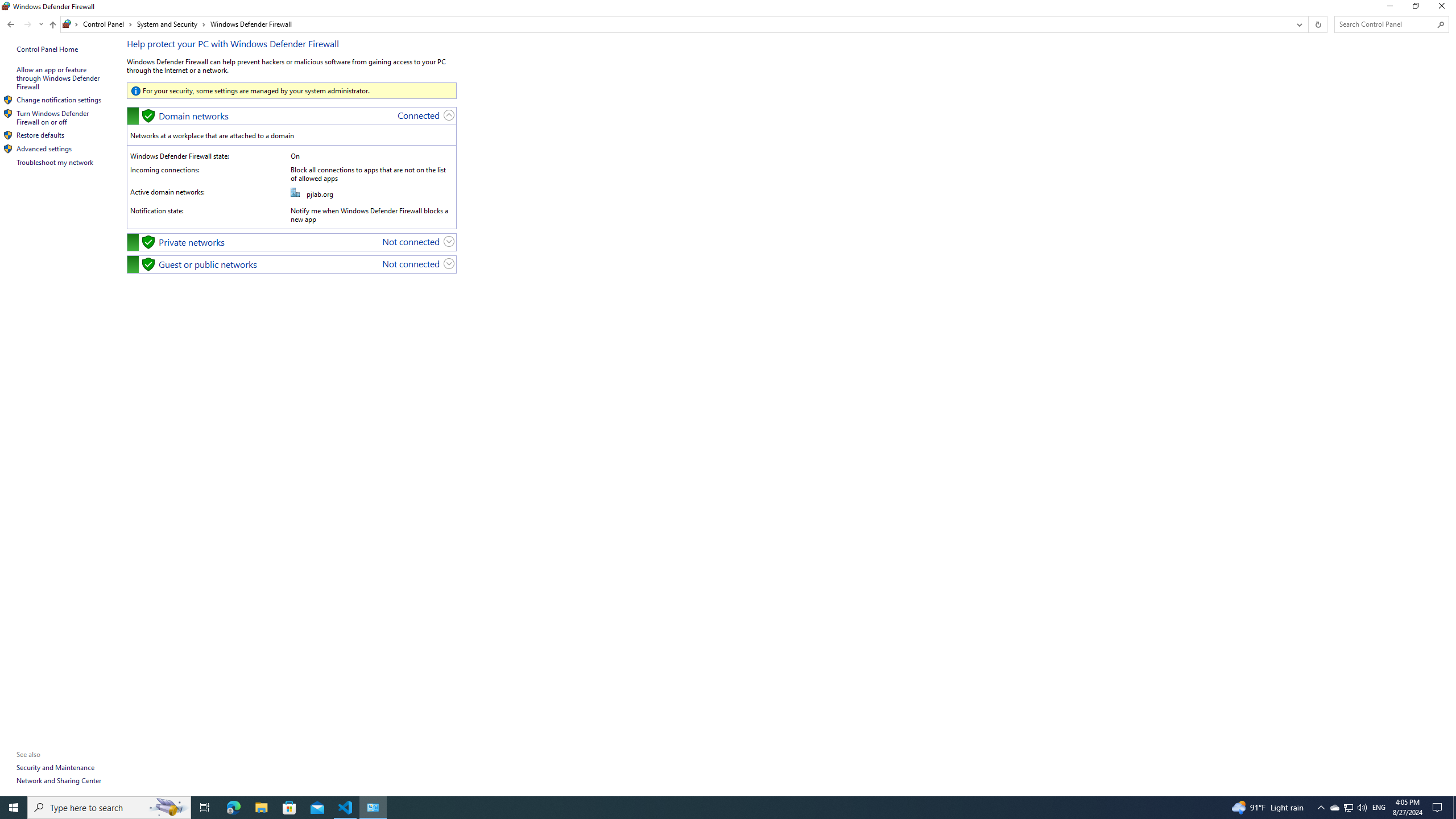 The image size is (1456, 819). Describe the element at coordinates (44, 148) in the screenshot. I see `'Advanced settings'` at that location.